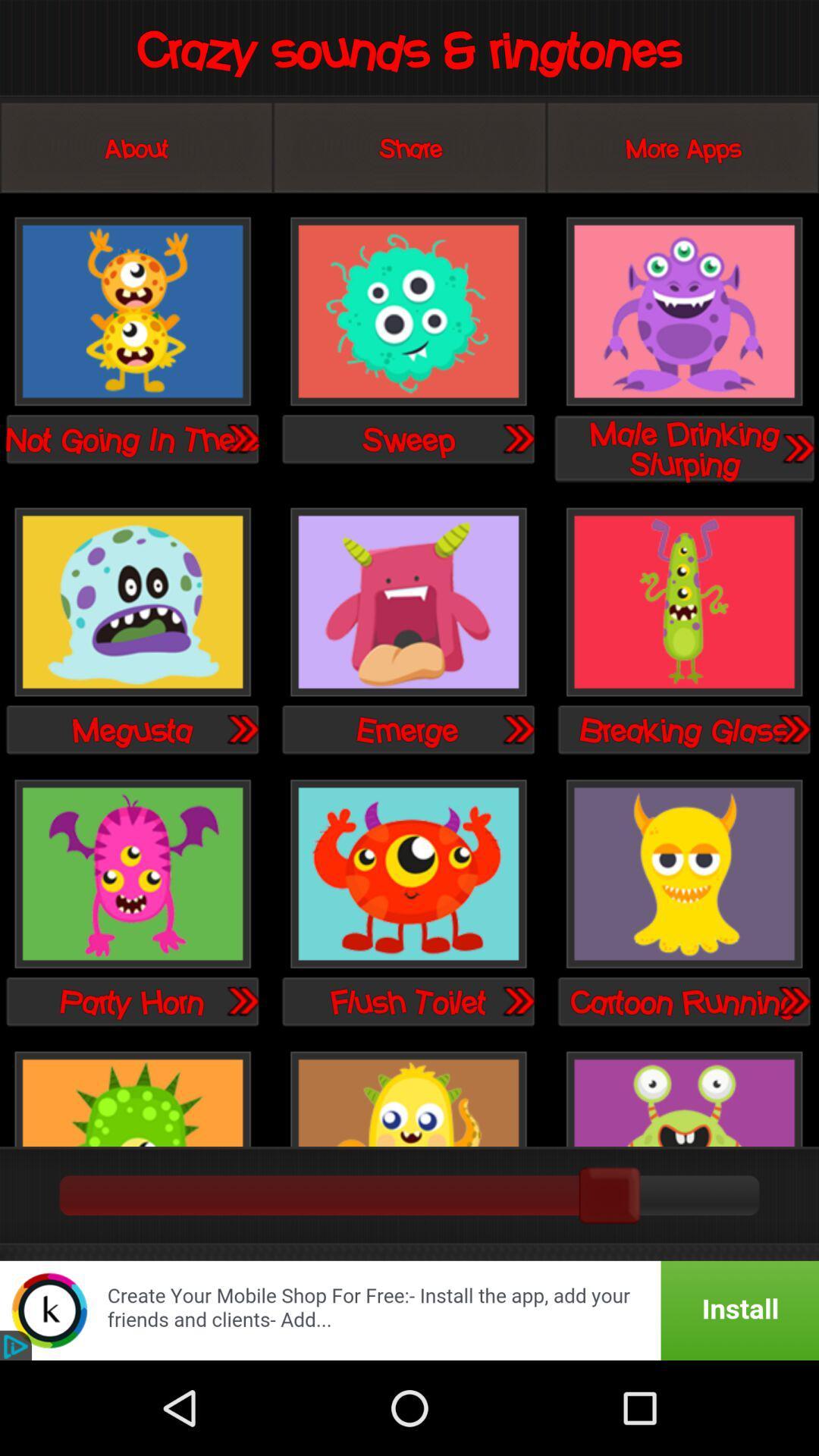  Describe the element at coordinates (517, 1001) in the screenshot. I see `play` at that location.